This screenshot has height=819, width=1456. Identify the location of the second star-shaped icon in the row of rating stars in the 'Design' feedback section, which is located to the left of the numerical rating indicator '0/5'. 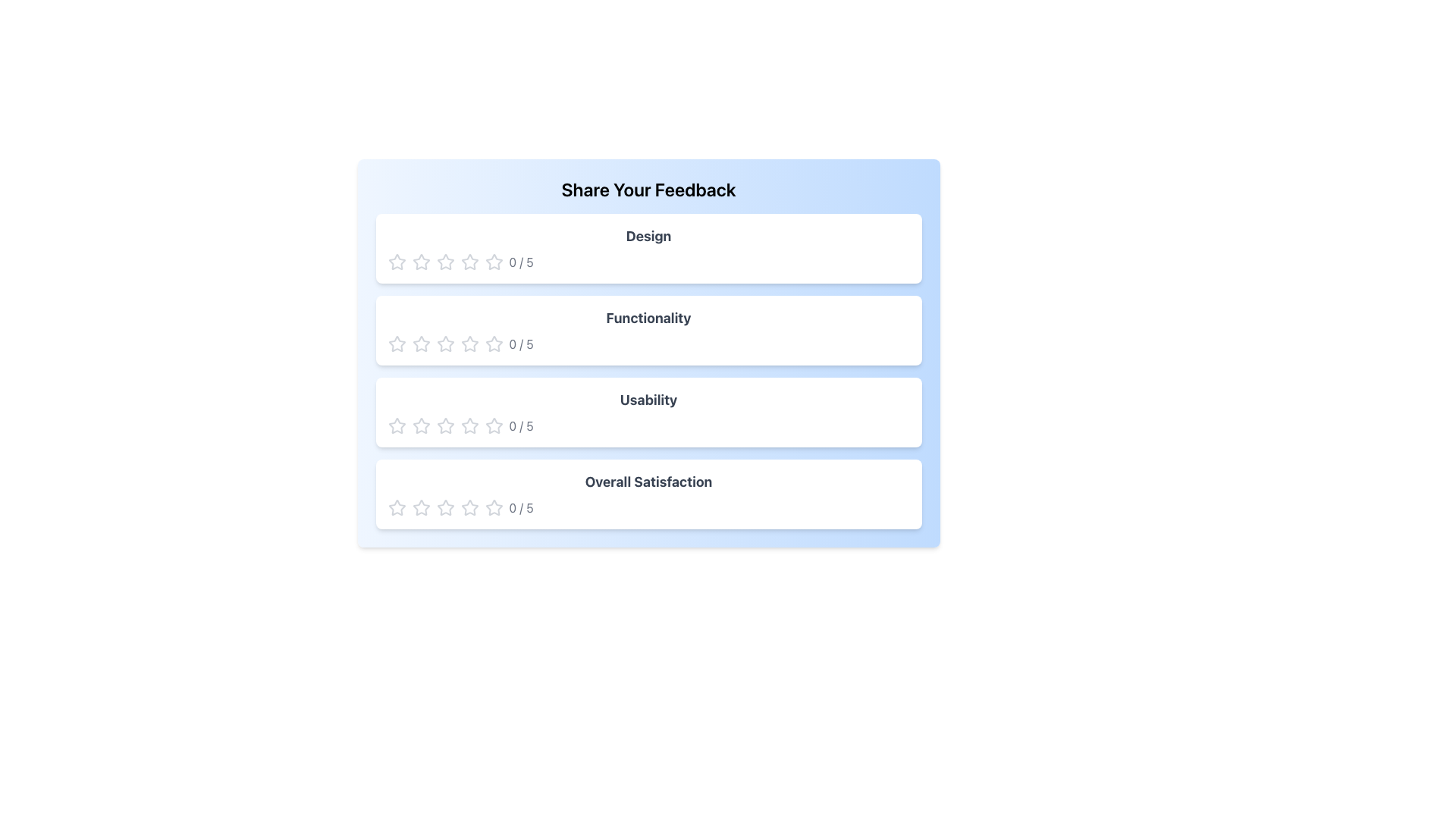
(421, 261).